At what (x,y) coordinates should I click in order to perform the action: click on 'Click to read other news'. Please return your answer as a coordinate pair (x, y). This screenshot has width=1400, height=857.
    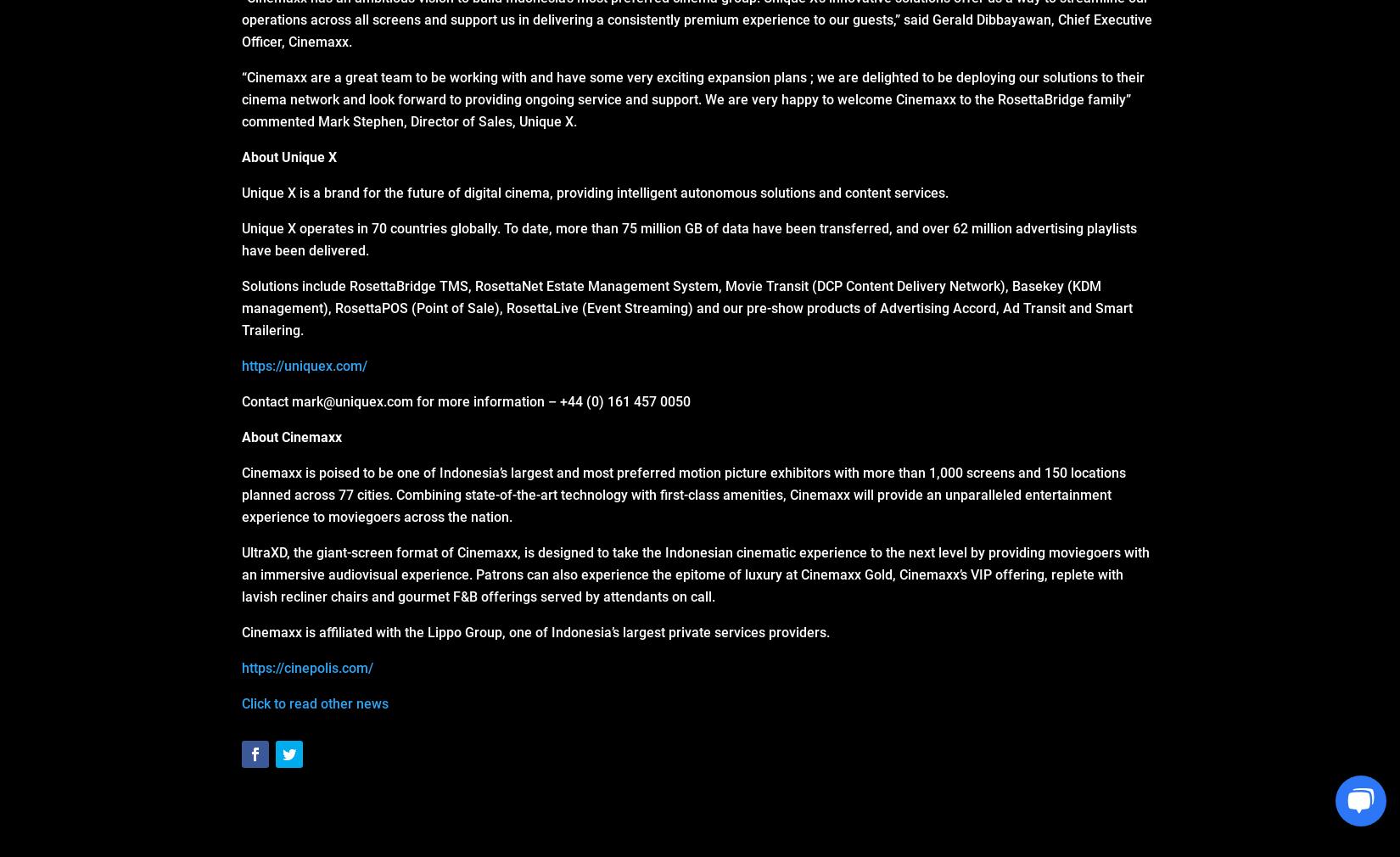
    Looking at the image, I should click on (315, 703).